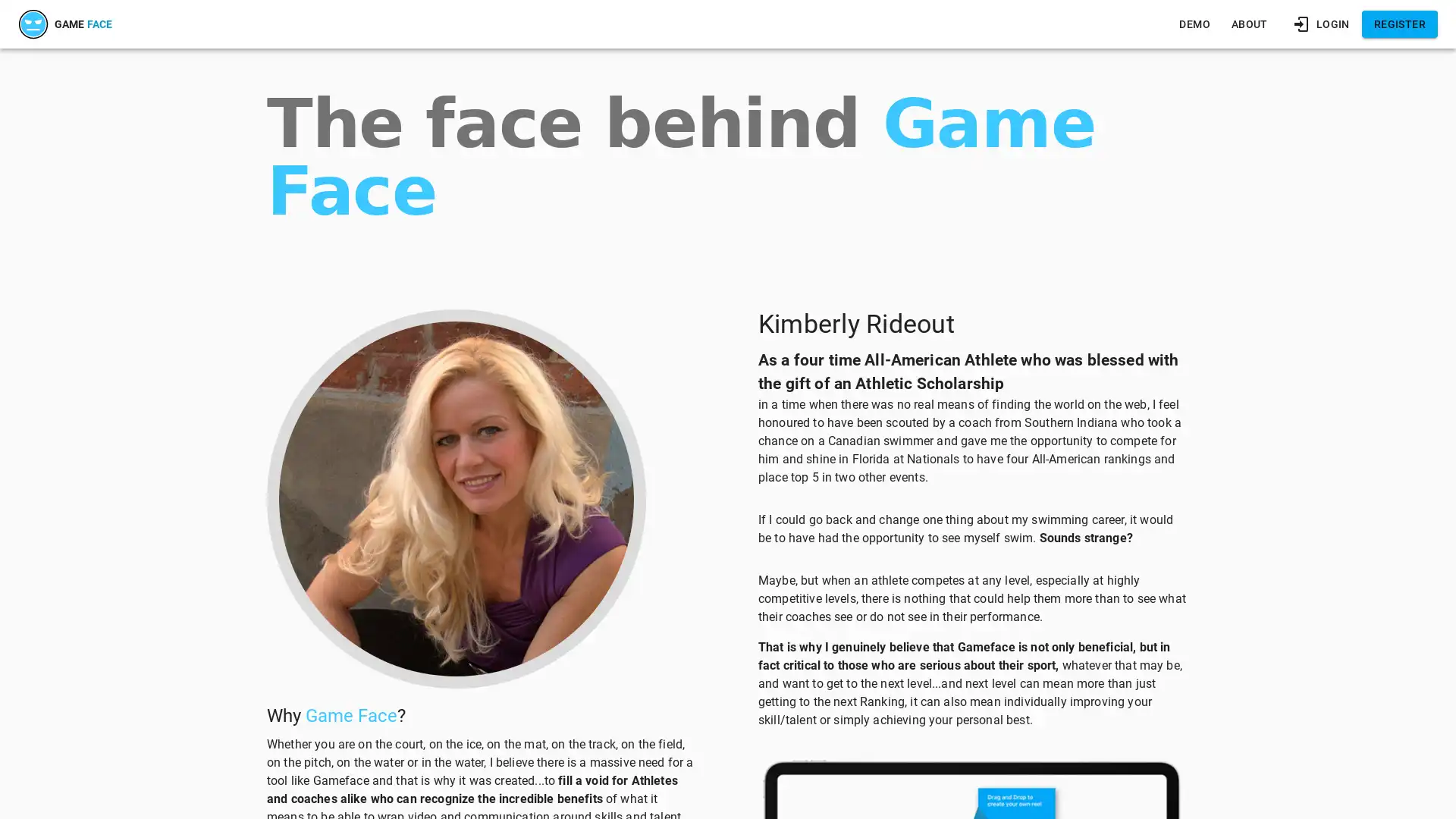 This screenshot has height=819, width=1456. Describe the element at coordinates (1248, 24) in the screenshot. I see `ABOUT` at that location.